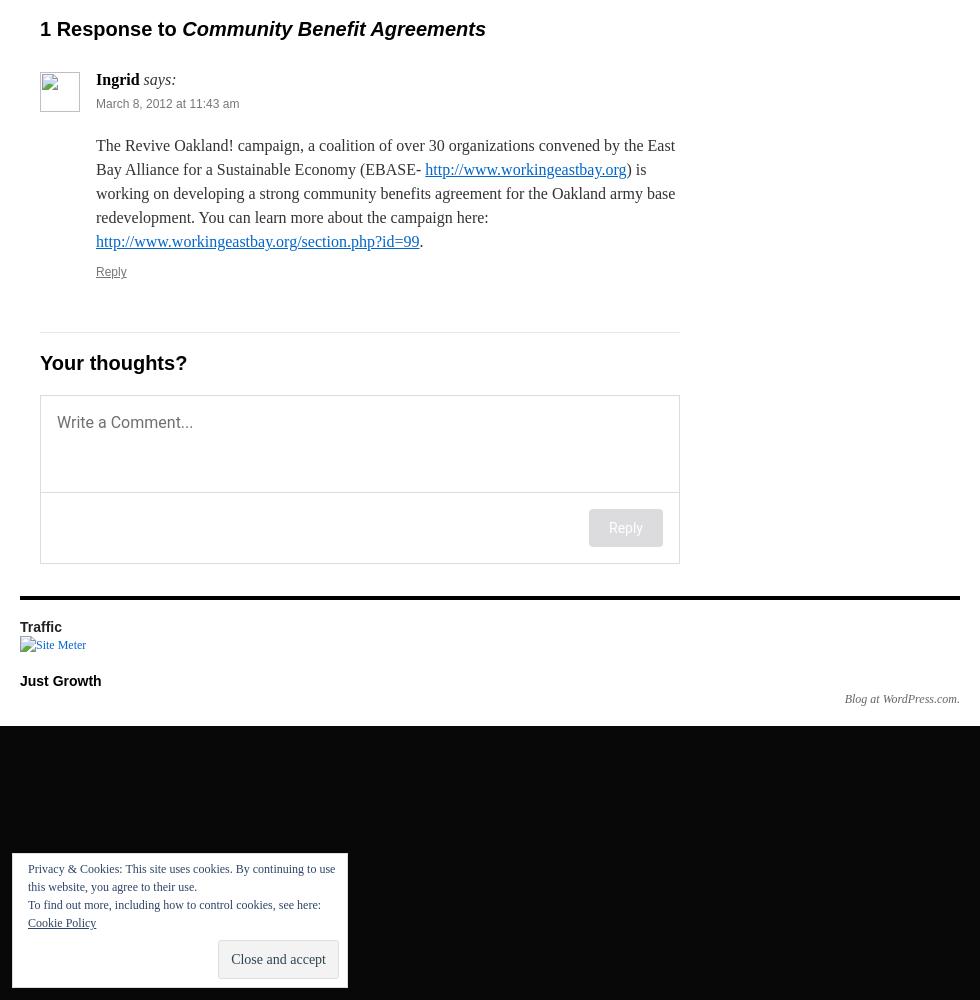 This screenshot has height=1000, width=980. Describe the element at coordinates (181, 29) in the screenshot. I see `'Community Benefit Agreements'` at that location.